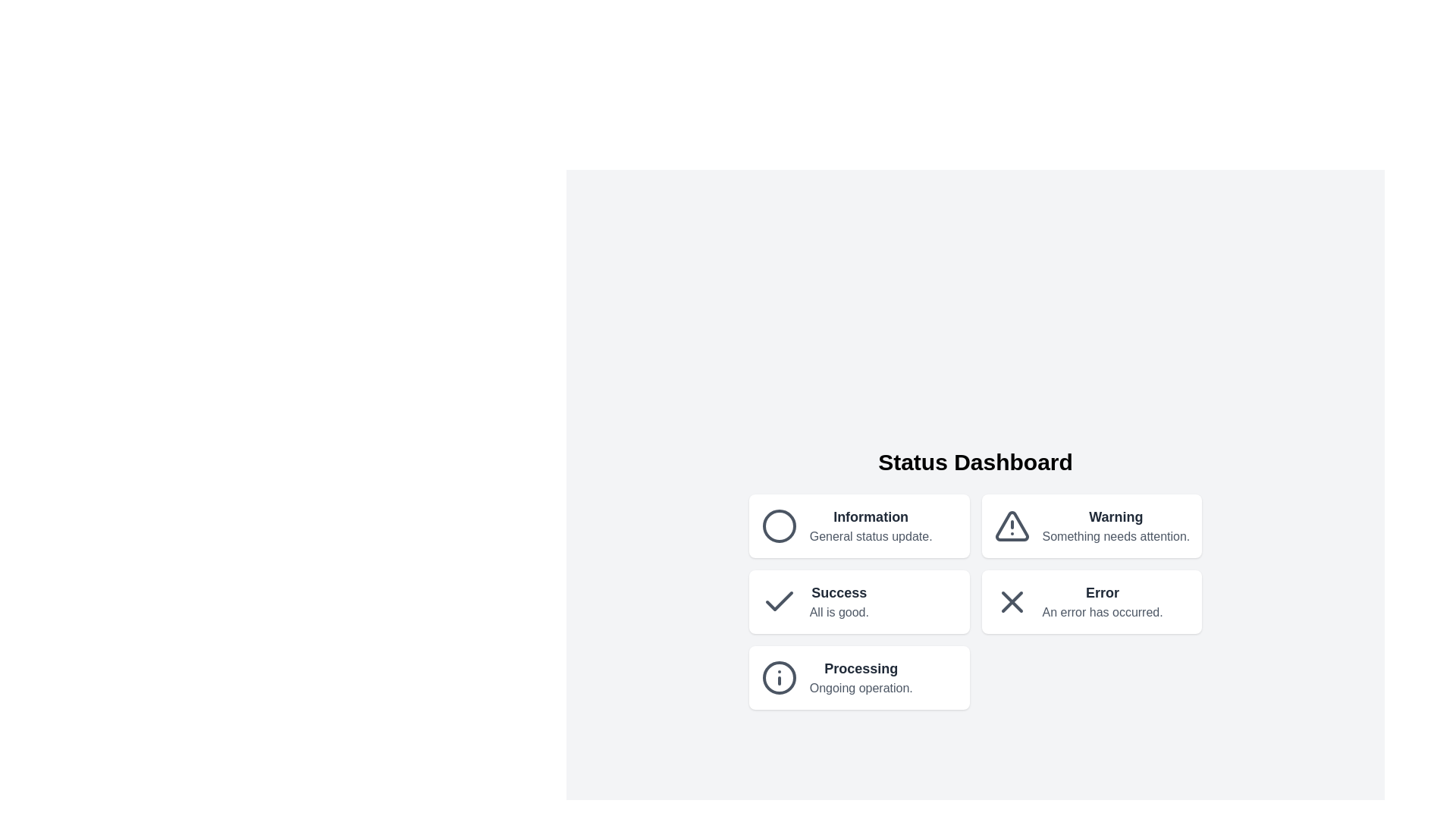 This screenshot has width=1456, height=819. I want to click on the error status icon (SVG) located, so click(1012, 601).